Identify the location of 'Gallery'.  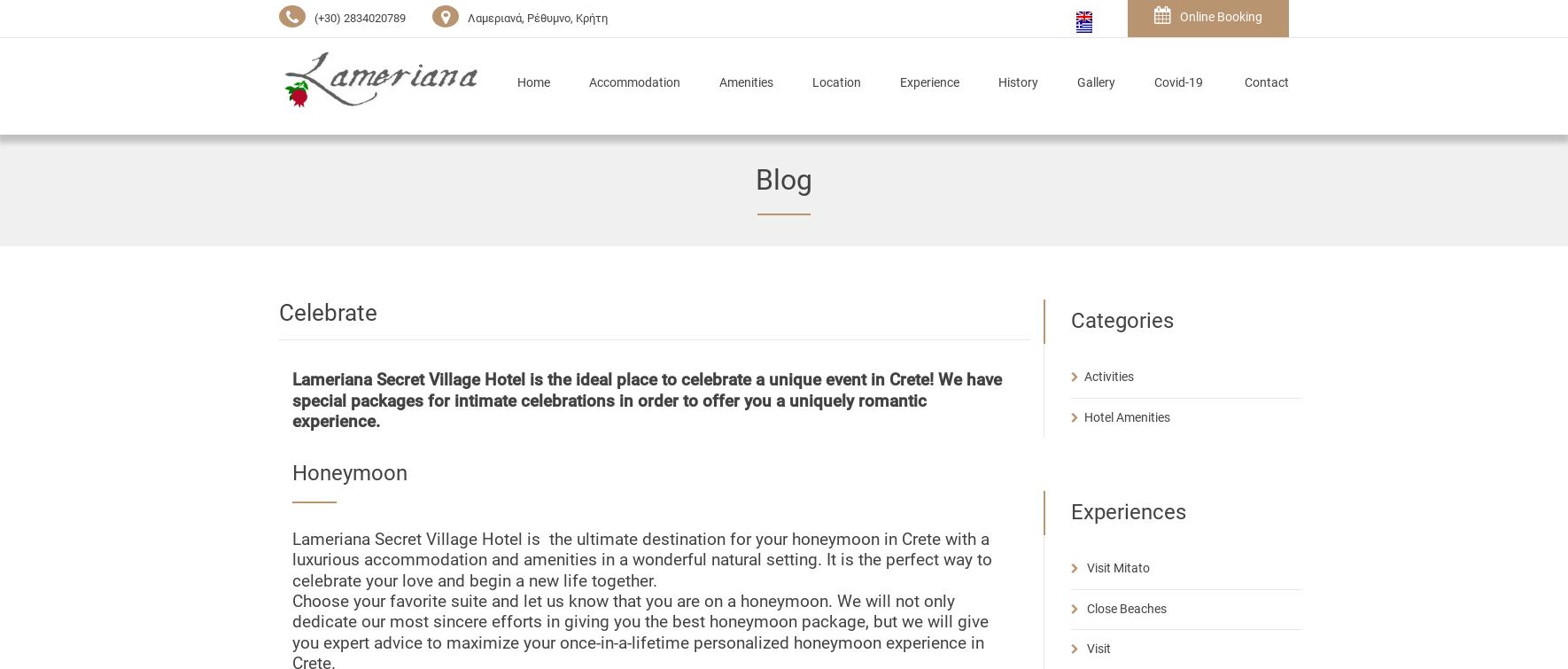
(1075, 82).